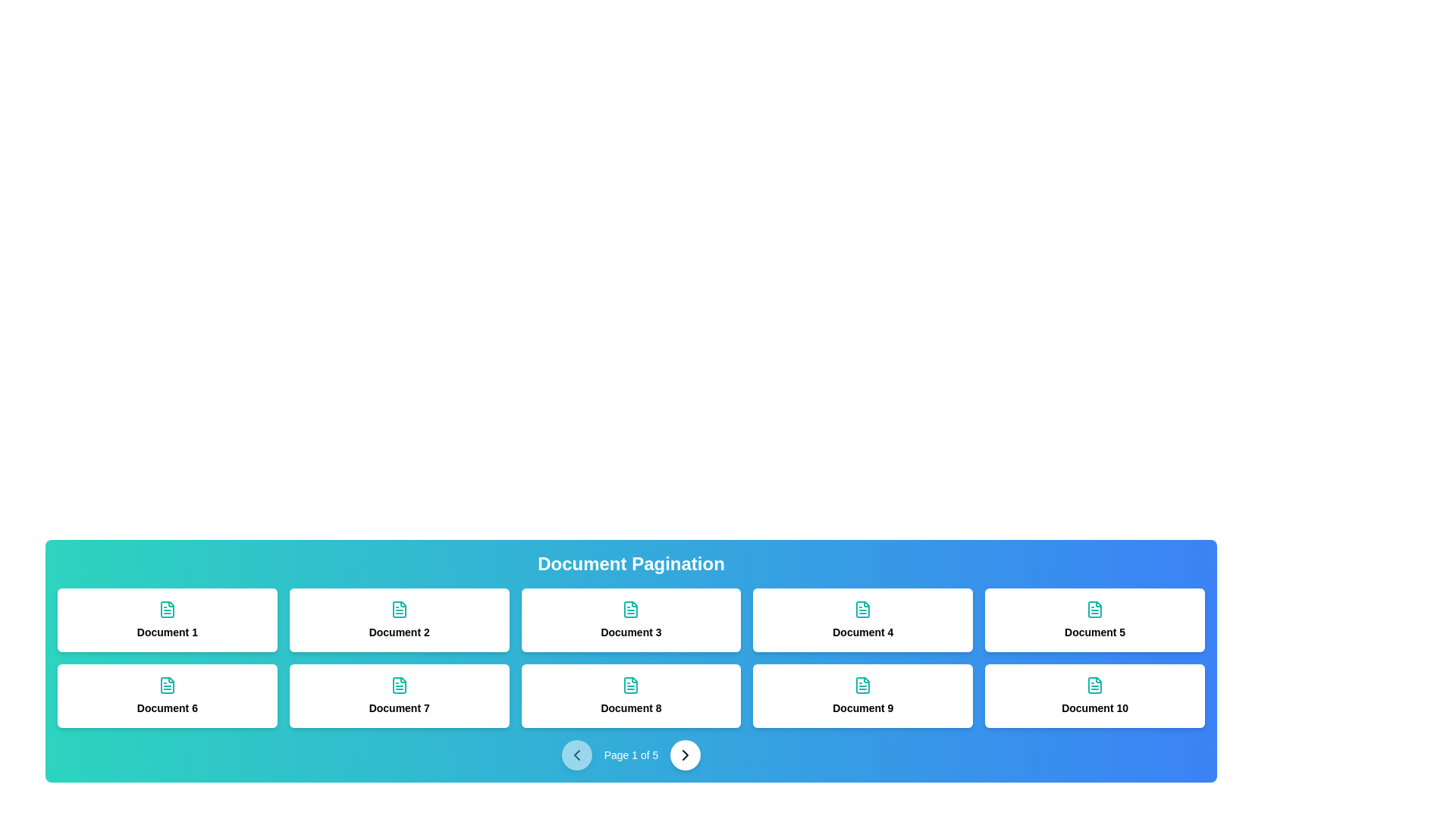 This screenshot has width=1456, height=819. Describe the element at coordinates (631, 608) in the screenshot. I see `the teal document icon located in the card labeled 'Document 3' in the first row, third column of the grid layout` at that location.